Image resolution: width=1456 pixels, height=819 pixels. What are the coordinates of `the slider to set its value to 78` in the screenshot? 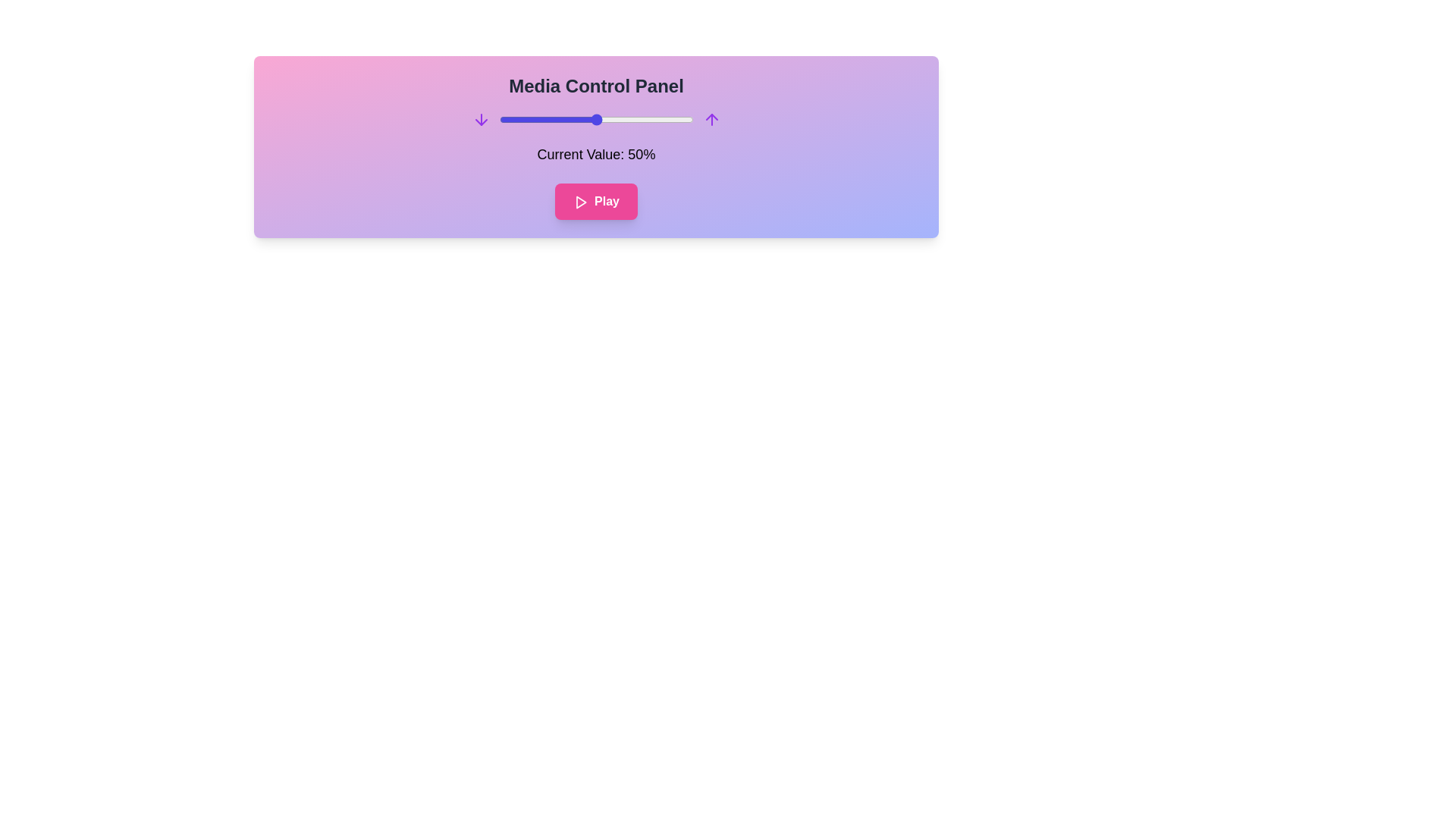 It's located at (651, 119).